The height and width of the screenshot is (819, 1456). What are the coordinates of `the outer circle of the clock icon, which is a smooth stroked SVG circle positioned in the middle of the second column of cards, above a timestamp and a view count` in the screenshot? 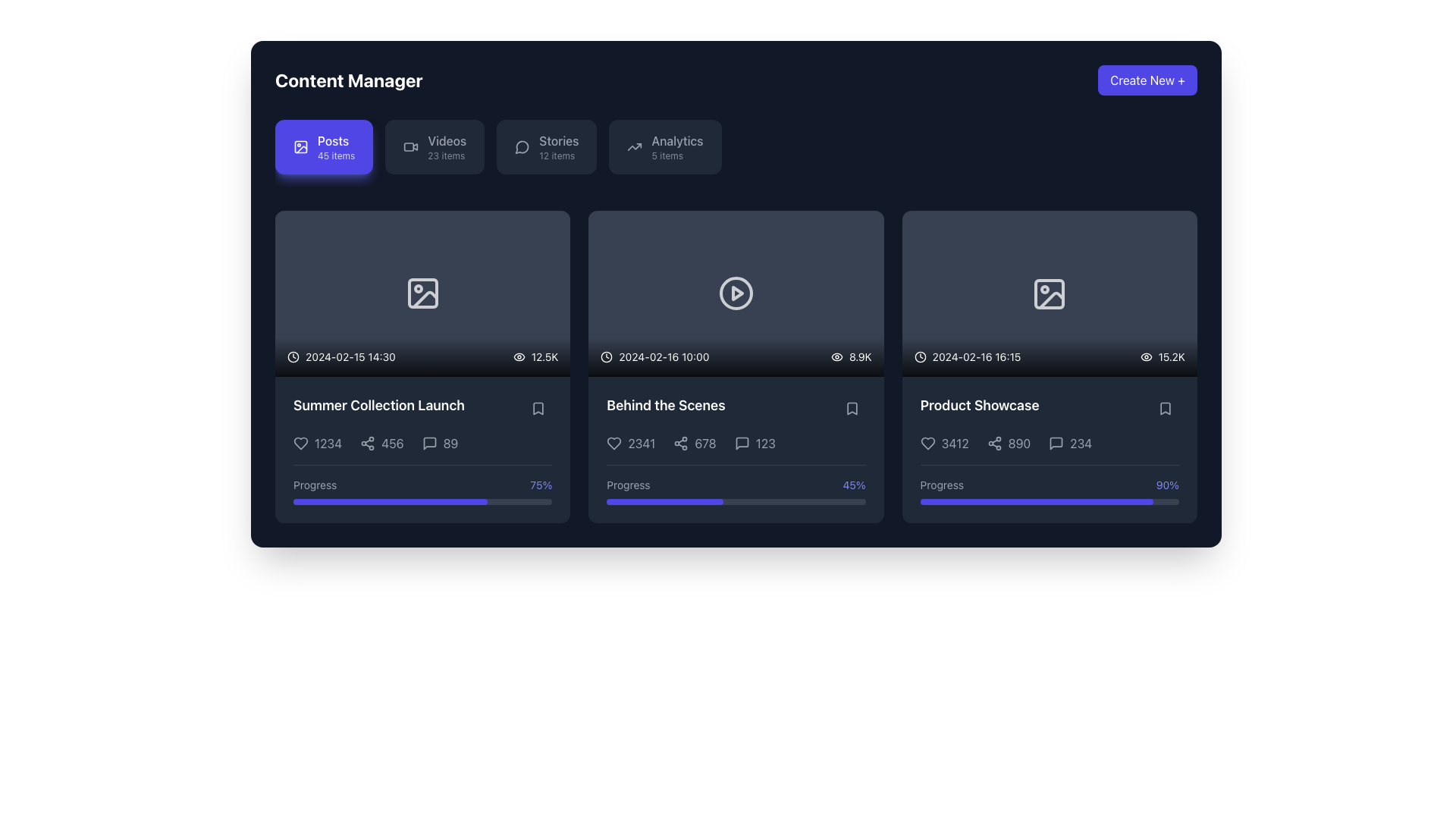 It's located at (607, 356).